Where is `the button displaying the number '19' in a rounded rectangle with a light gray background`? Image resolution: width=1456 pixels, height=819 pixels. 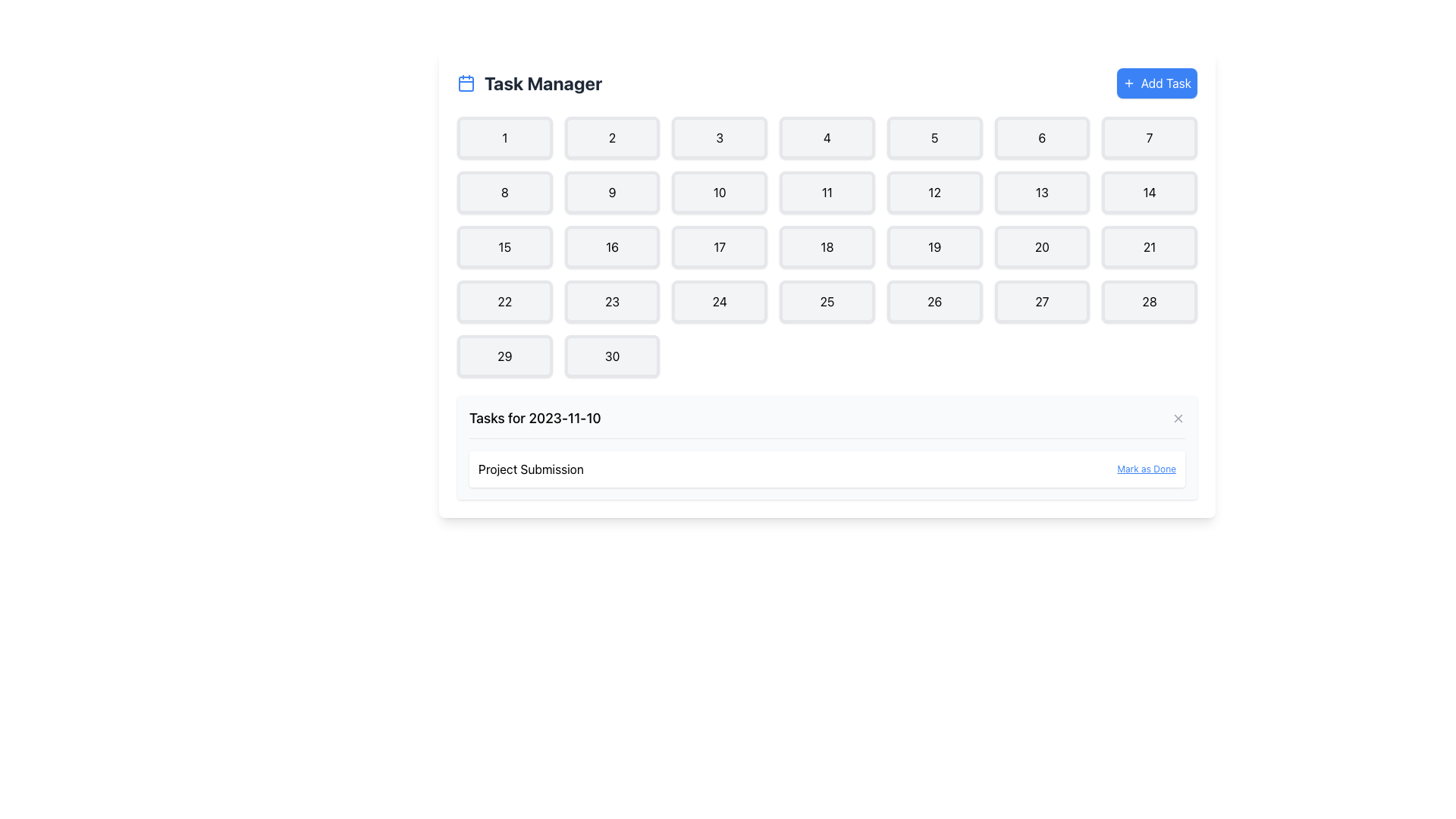 the button displaying the number '19' in a rounded rectangle with a light gray background is located at coordinates (934, 246).